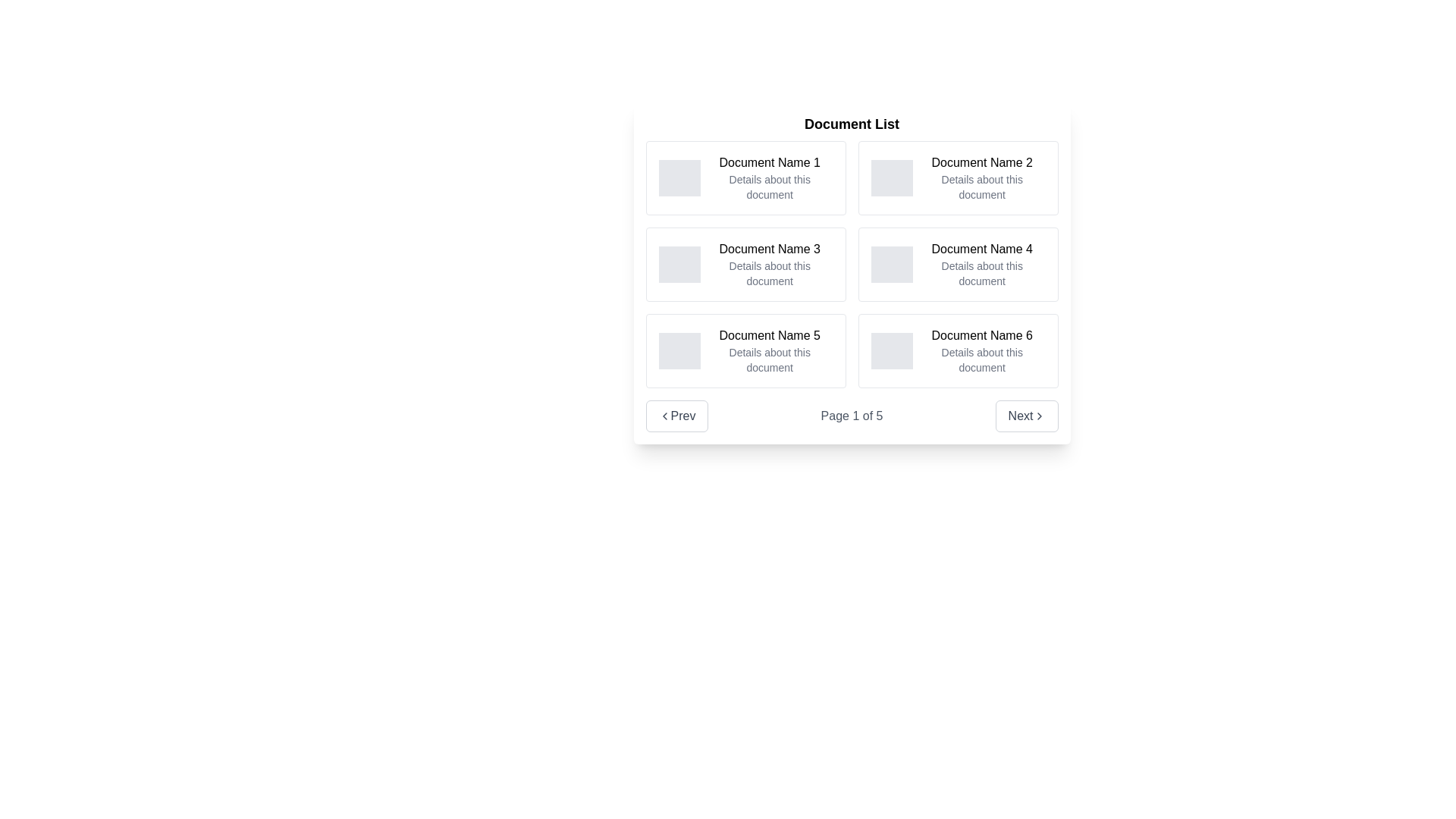  Describe the element at coordinates (1038, 416) in the screenshot. I see `the right-pointing chevron icon styled with a black stroke inside the square button adjacent to the text 'Next'` at that location.